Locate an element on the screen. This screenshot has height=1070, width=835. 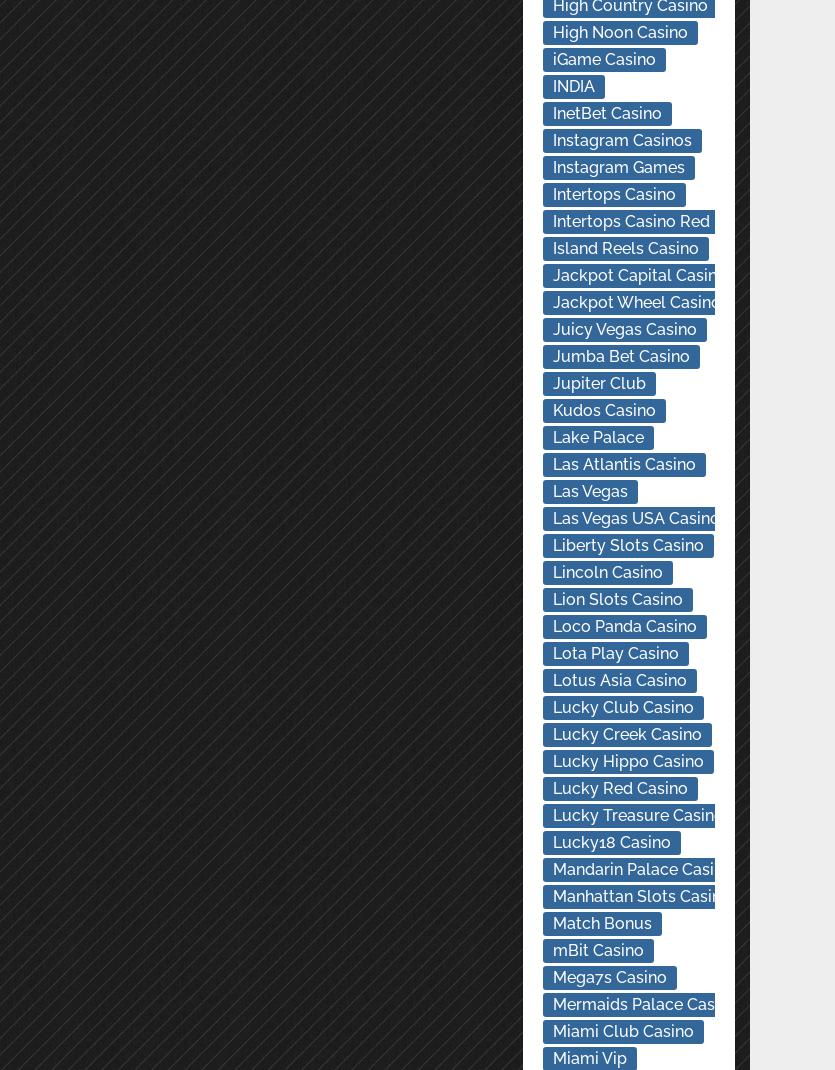
'Liberty Slots Casino' is located at coordinates (626, 544).